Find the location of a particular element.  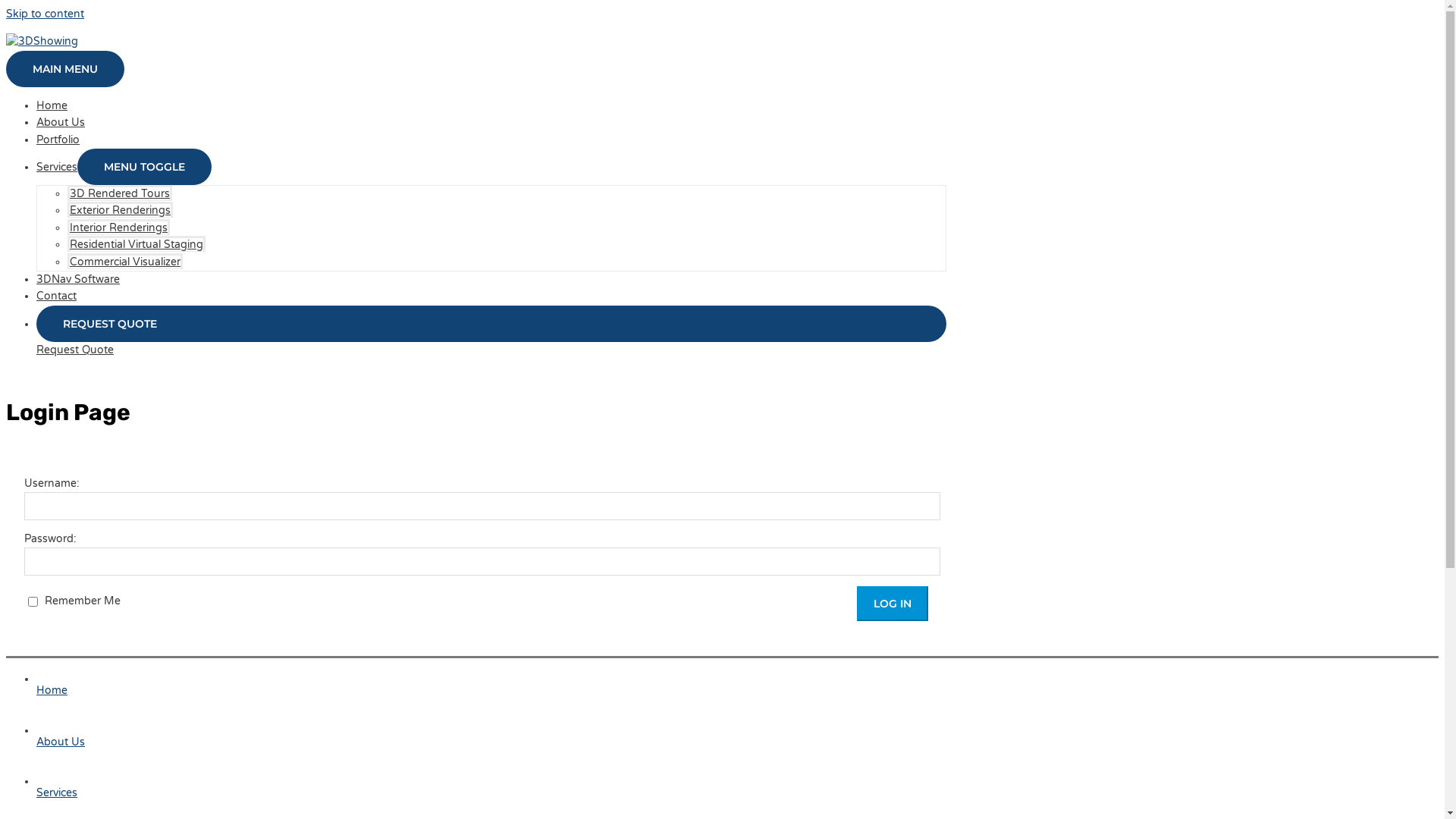

'Residential Virtual Staging' is located at coordinates (136, 243).